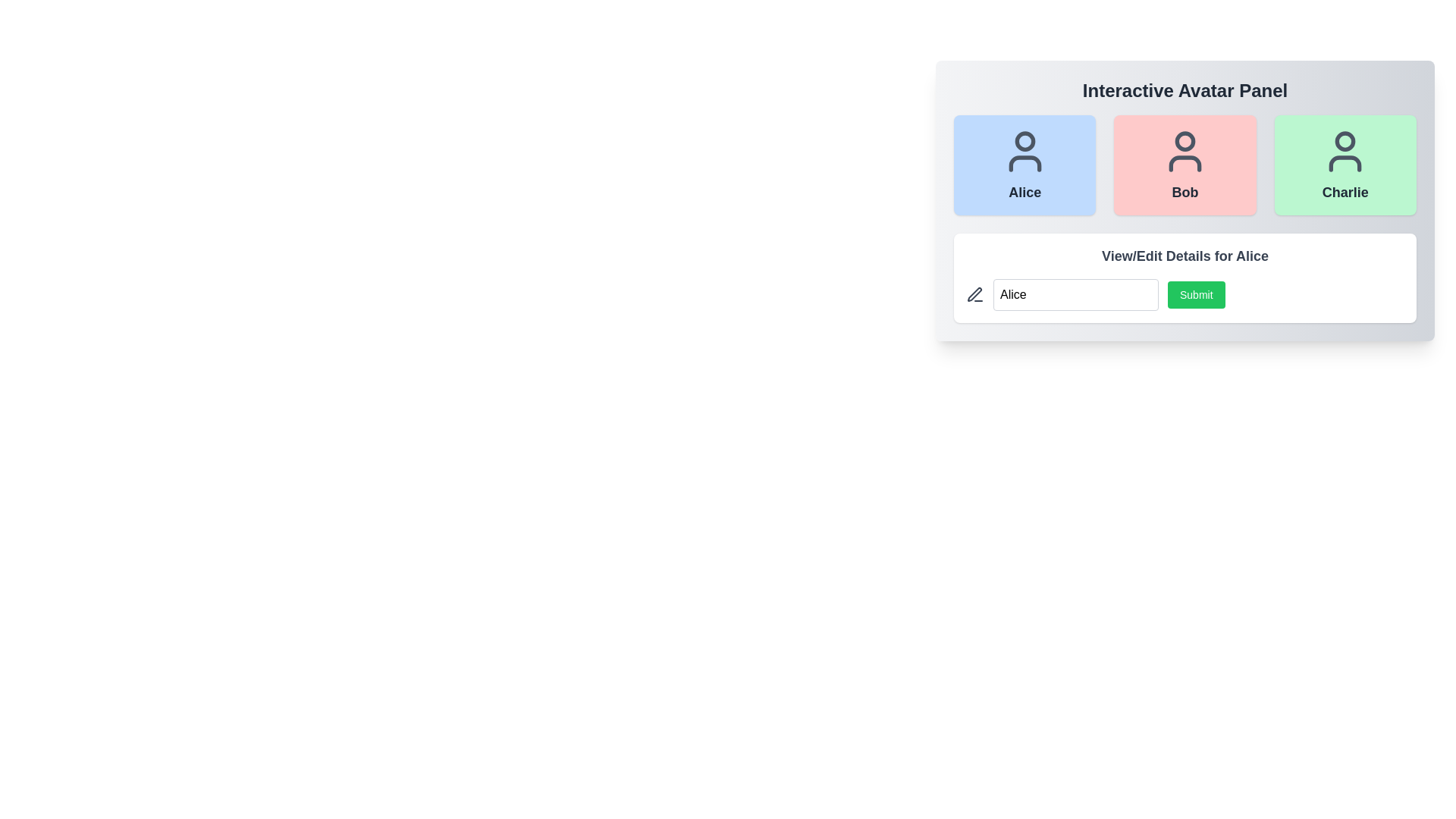 The width and height of the screenshot is (1456, 819). What do you see at coordinates (1025, 152) in the screenshot?
I see `the user profile icon representing Alice, which is centrally positioned above the text 'Alice' in the user card` at bounding box center [1025, 152].